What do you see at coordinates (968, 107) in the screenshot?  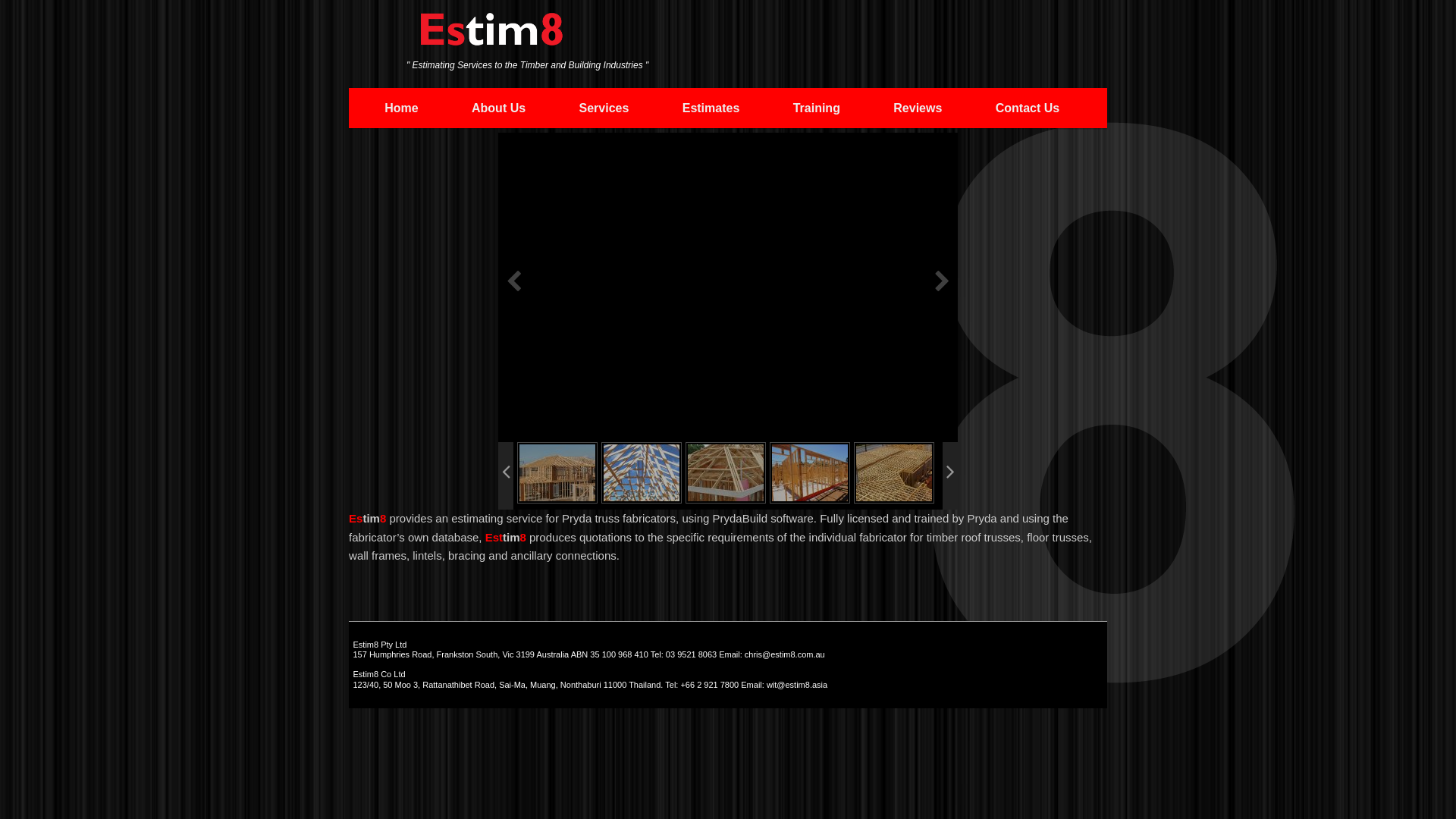 I see `'Contact Us'` at bounding box center [968, 107].